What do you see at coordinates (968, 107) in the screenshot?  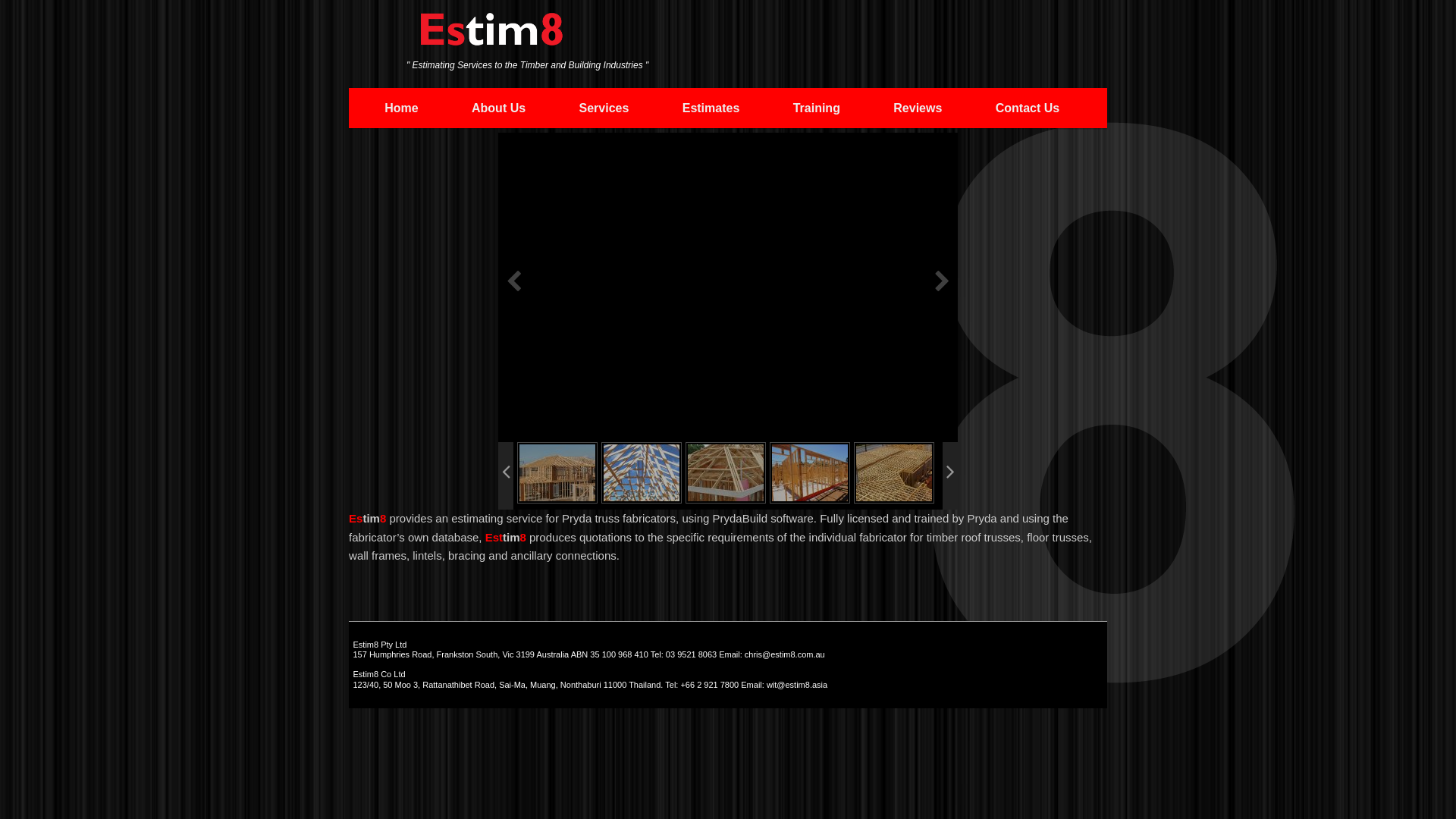 I see `'Contact Us'` at bounding box center [968, 107].